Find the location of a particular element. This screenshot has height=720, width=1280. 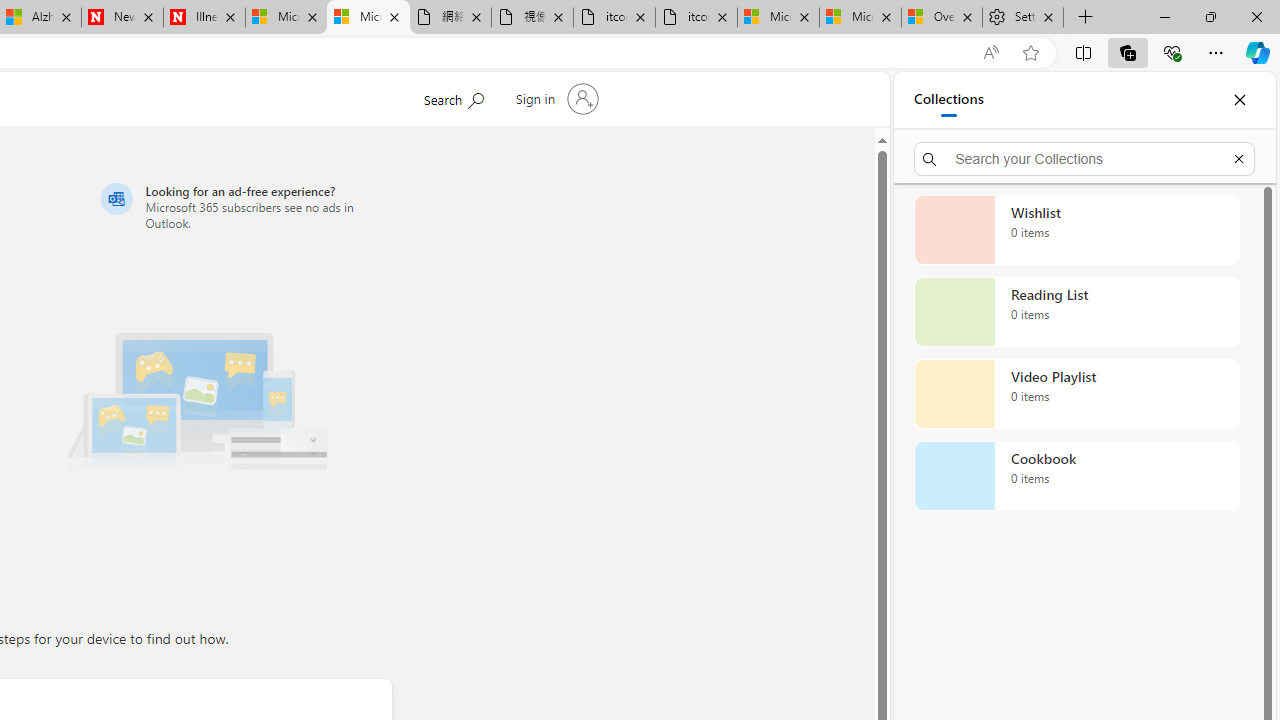

'Sign in to your account' is located at coordinates (554, 99).